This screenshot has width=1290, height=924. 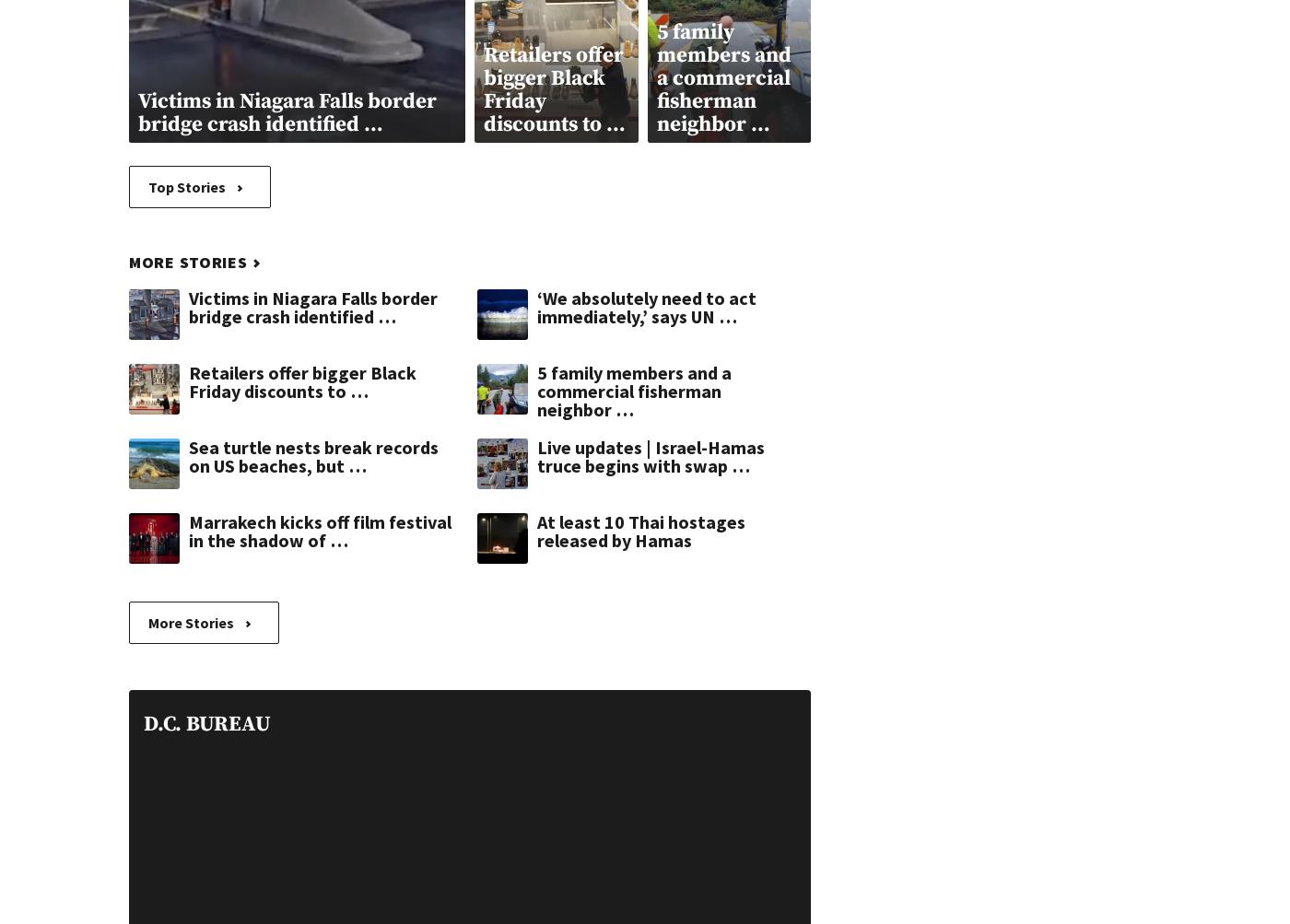 What do you see at coordinates (320, 529) in the screenshot?
I see `'Marrakech kicks off film festival in the shadow of …'` at bounding box center [320, 529].